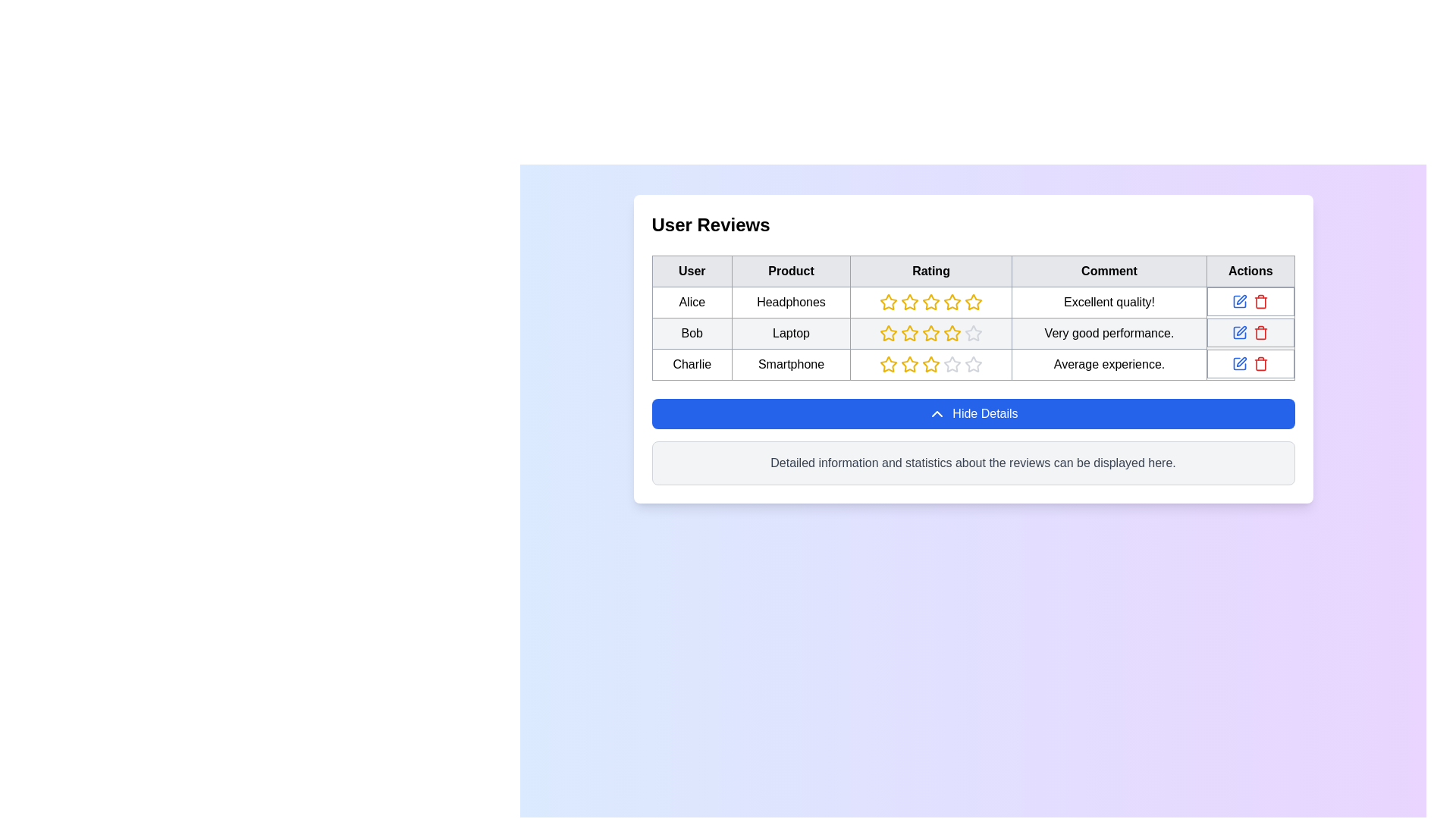 This screenshot has width=1456, height=819. I want to click on the rating status by clicking on the last gray star icon in the rating section of the third row within the review table, so click(974, 365).